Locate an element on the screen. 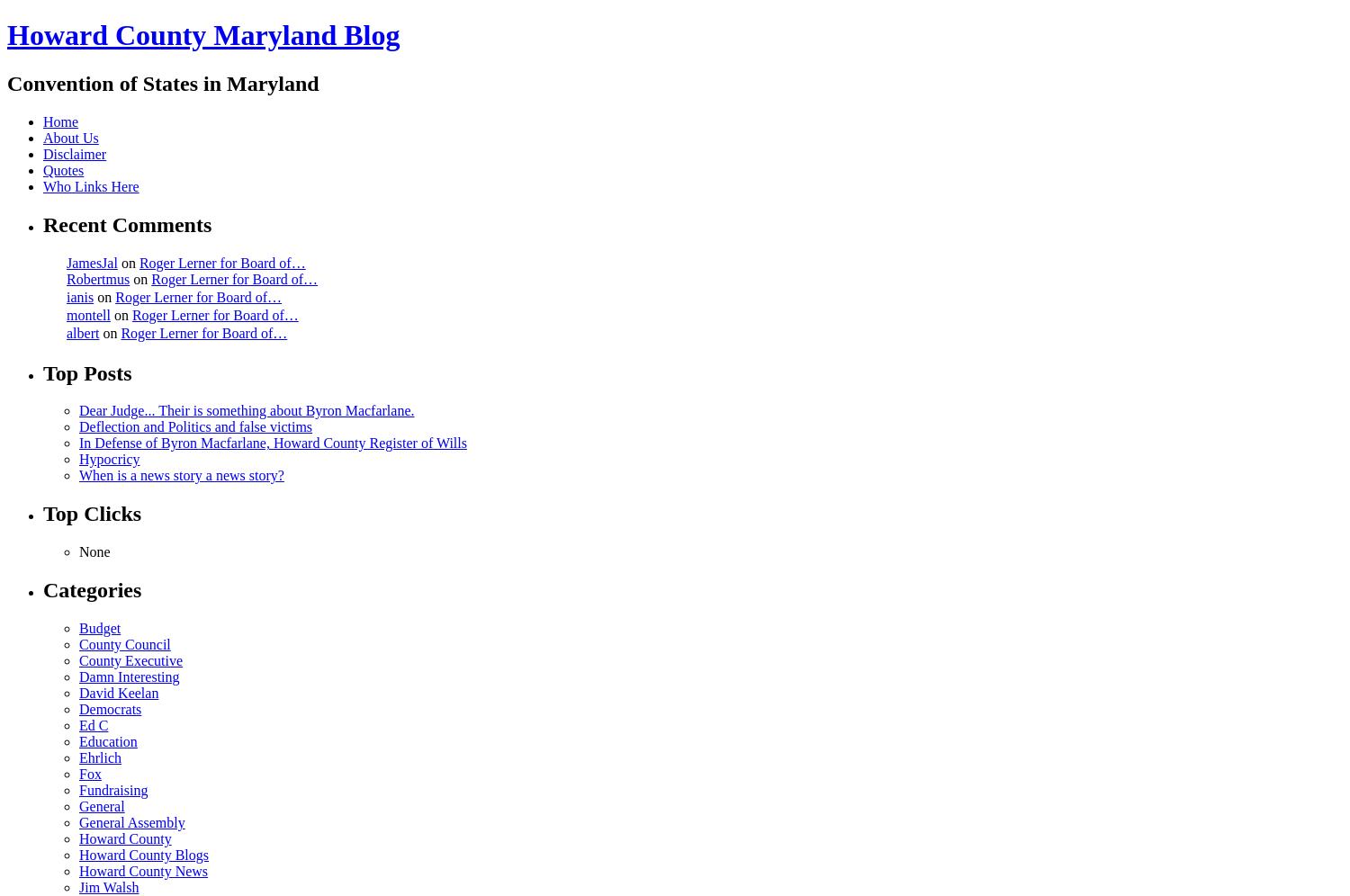 The image size is (1350, 896). 'Convention of States in Maryland' is located at coordinates (6, 83).